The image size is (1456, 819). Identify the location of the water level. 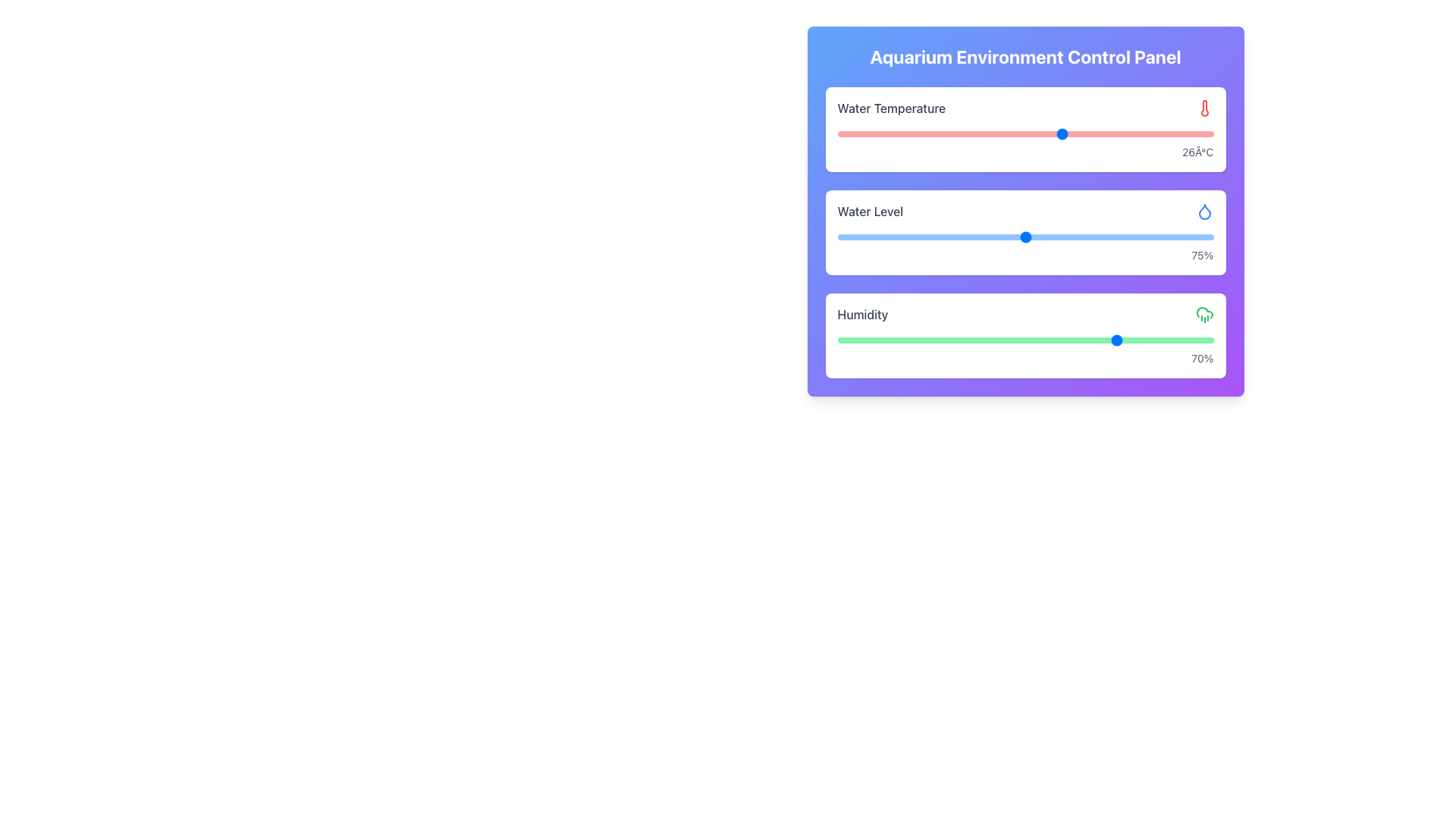
(844, 237).